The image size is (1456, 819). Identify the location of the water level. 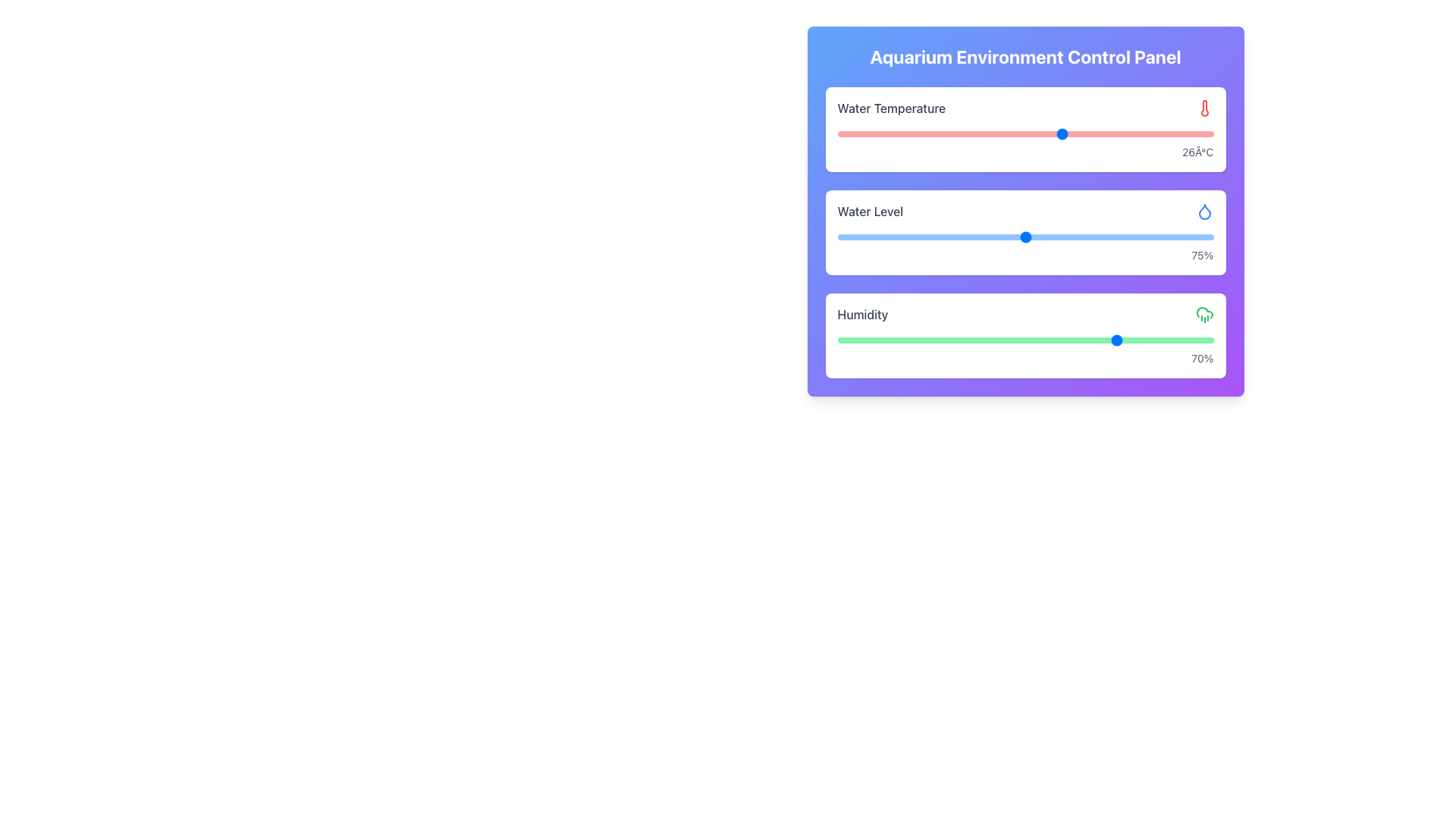
(844, 237).